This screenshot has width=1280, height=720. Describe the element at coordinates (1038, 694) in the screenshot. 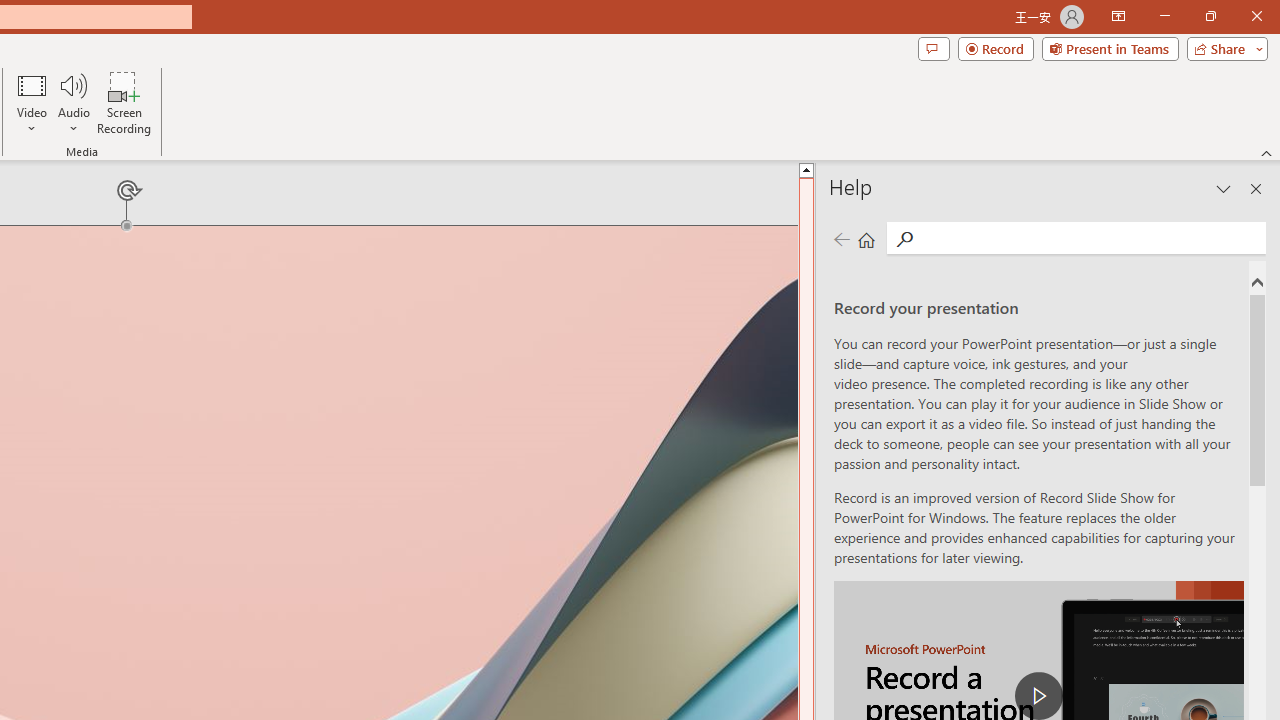

I see `'play Record a Presentation'` at that location.